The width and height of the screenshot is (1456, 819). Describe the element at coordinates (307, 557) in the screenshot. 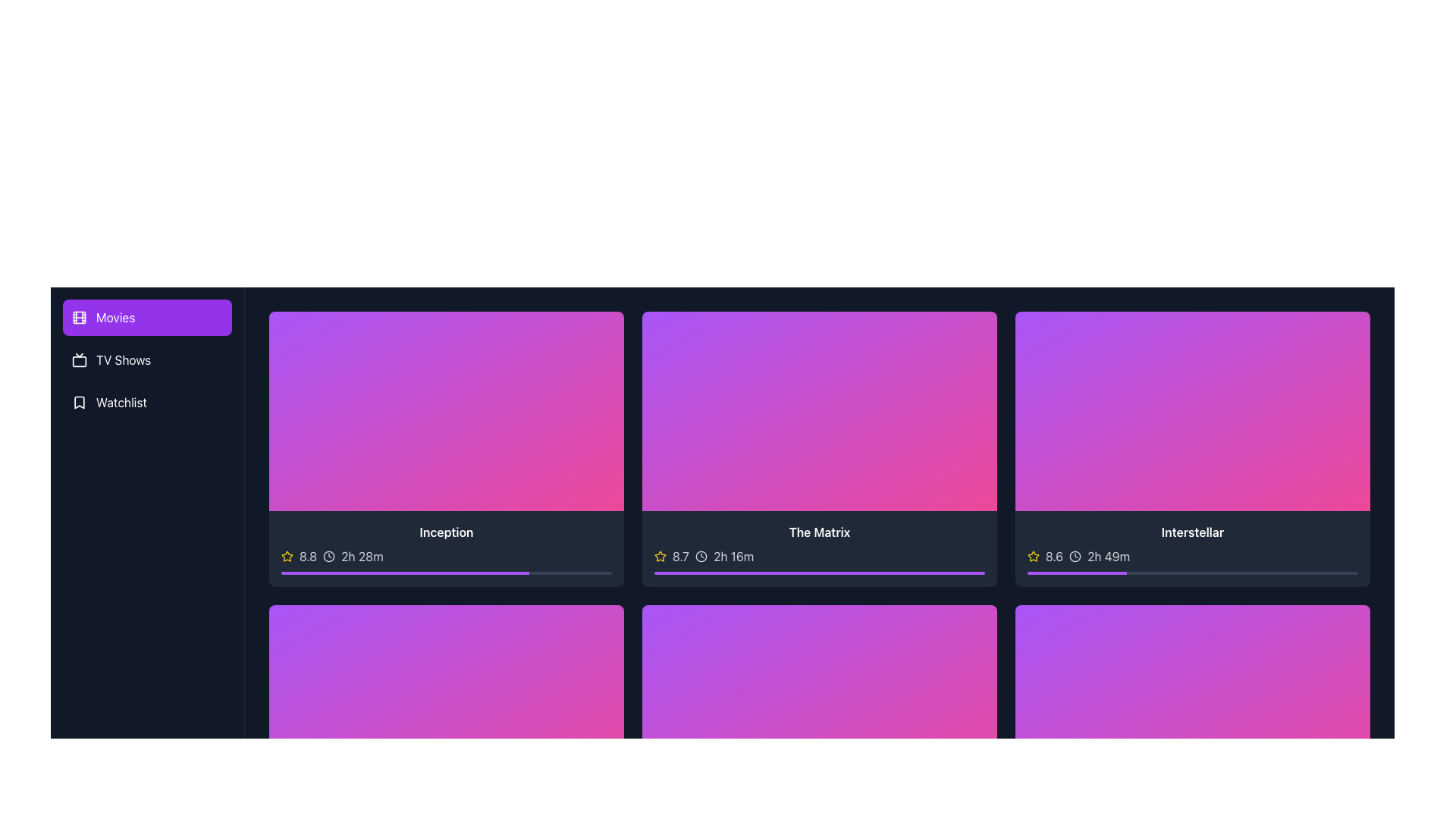

I see `the text label displaying '8.8', which is styled in gray and located to the right of a star icon in the bottom-left part of the card for the movie 'Inception'` at that location.